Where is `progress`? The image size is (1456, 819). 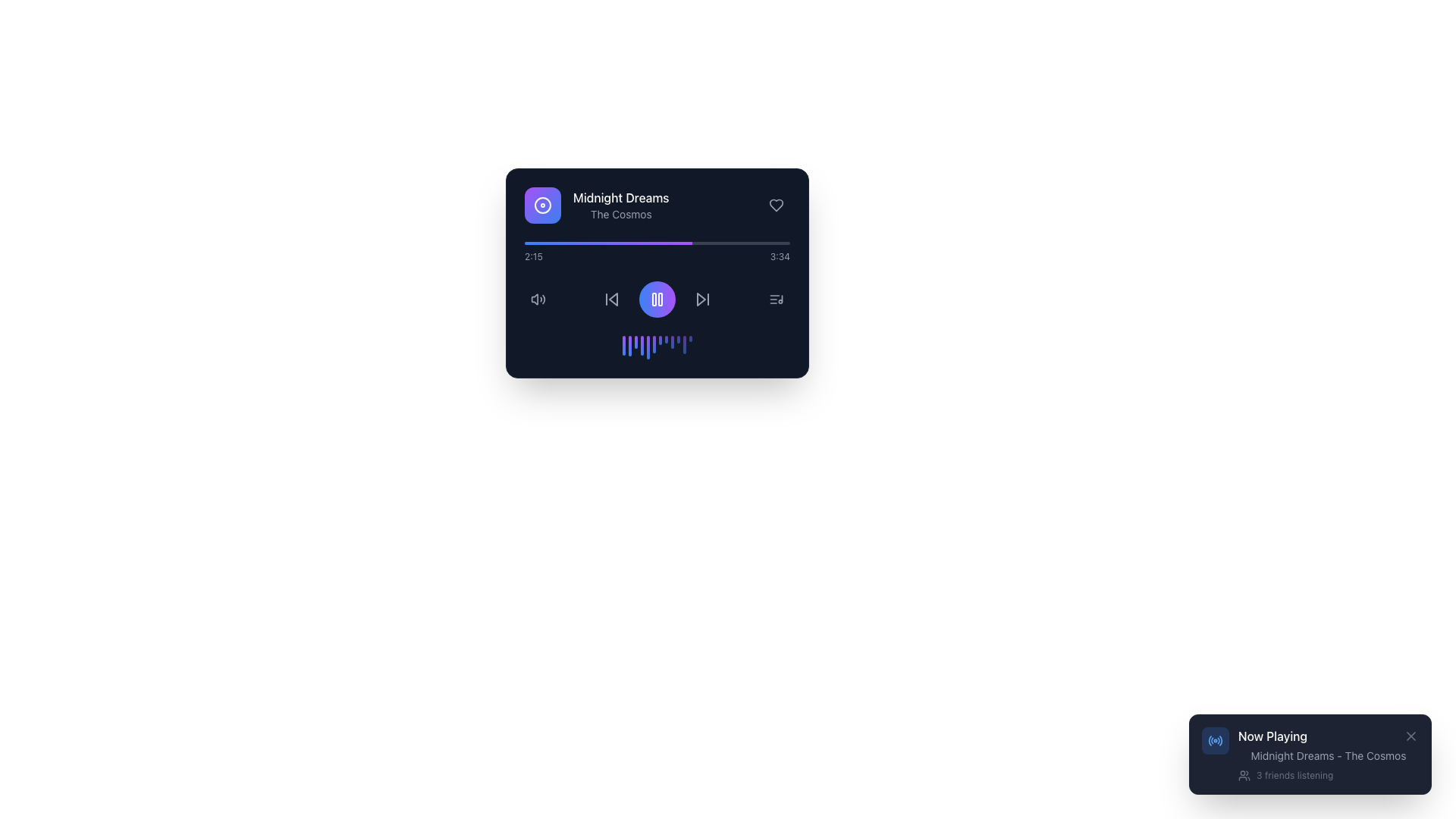 progress is located at coordinates (782, 242).